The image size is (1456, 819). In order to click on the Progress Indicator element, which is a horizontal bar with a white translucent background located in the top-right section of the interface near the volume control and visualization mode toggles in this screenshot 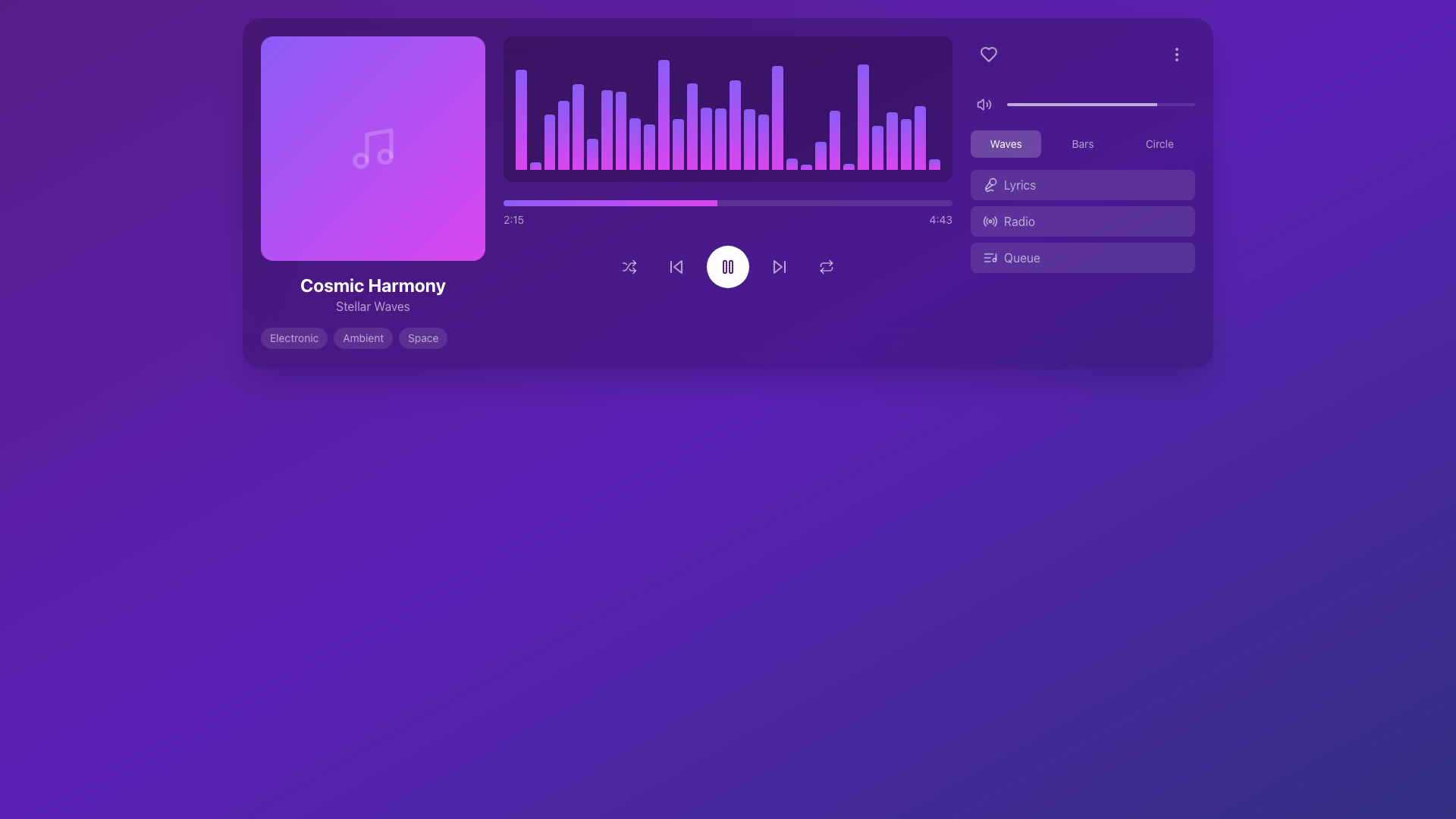, I will do `click(1081, 104)`.